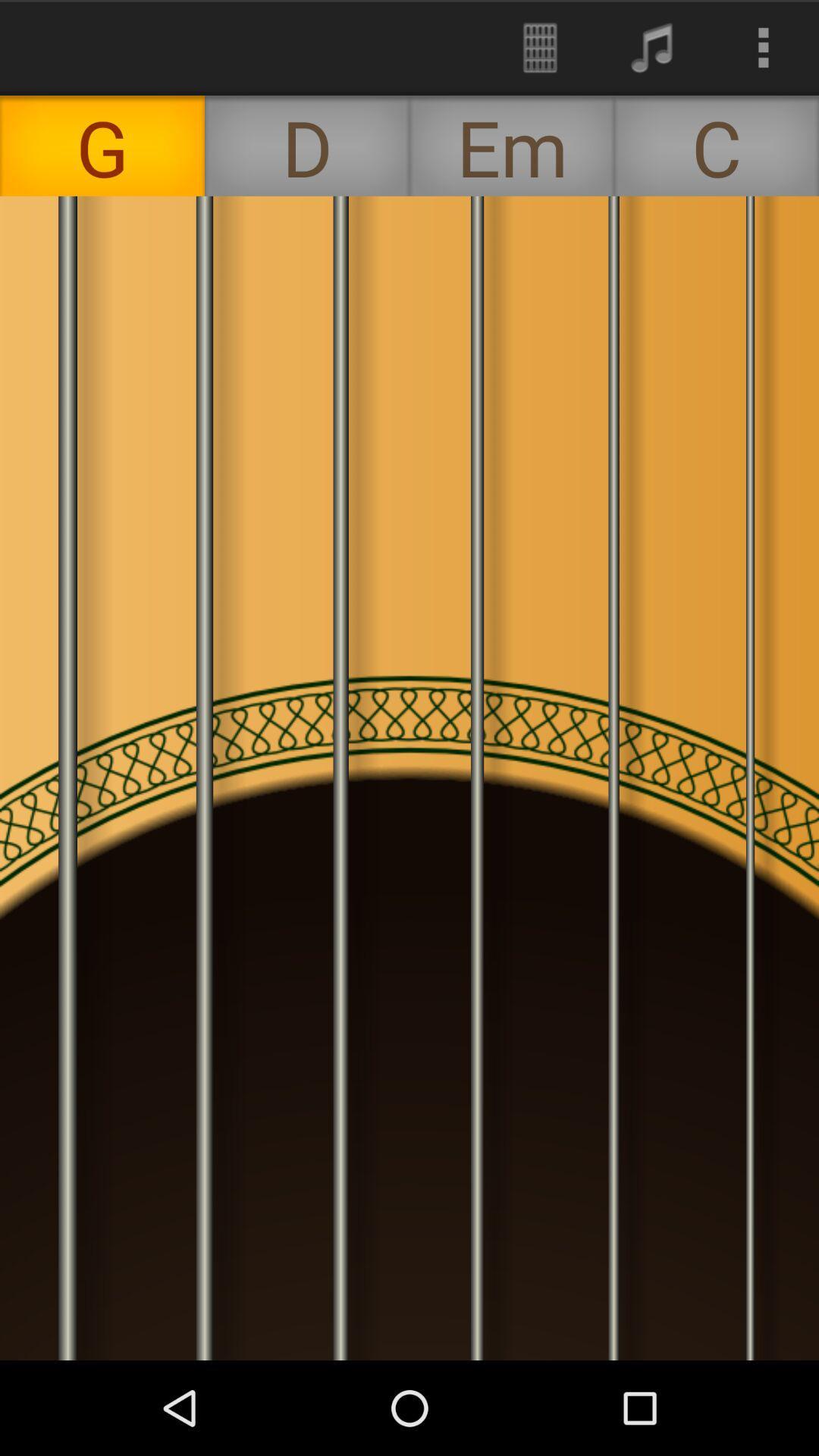  Describe the element at coordinates (539, 47) in the screenshot. I see `the item next to d item` at that location.